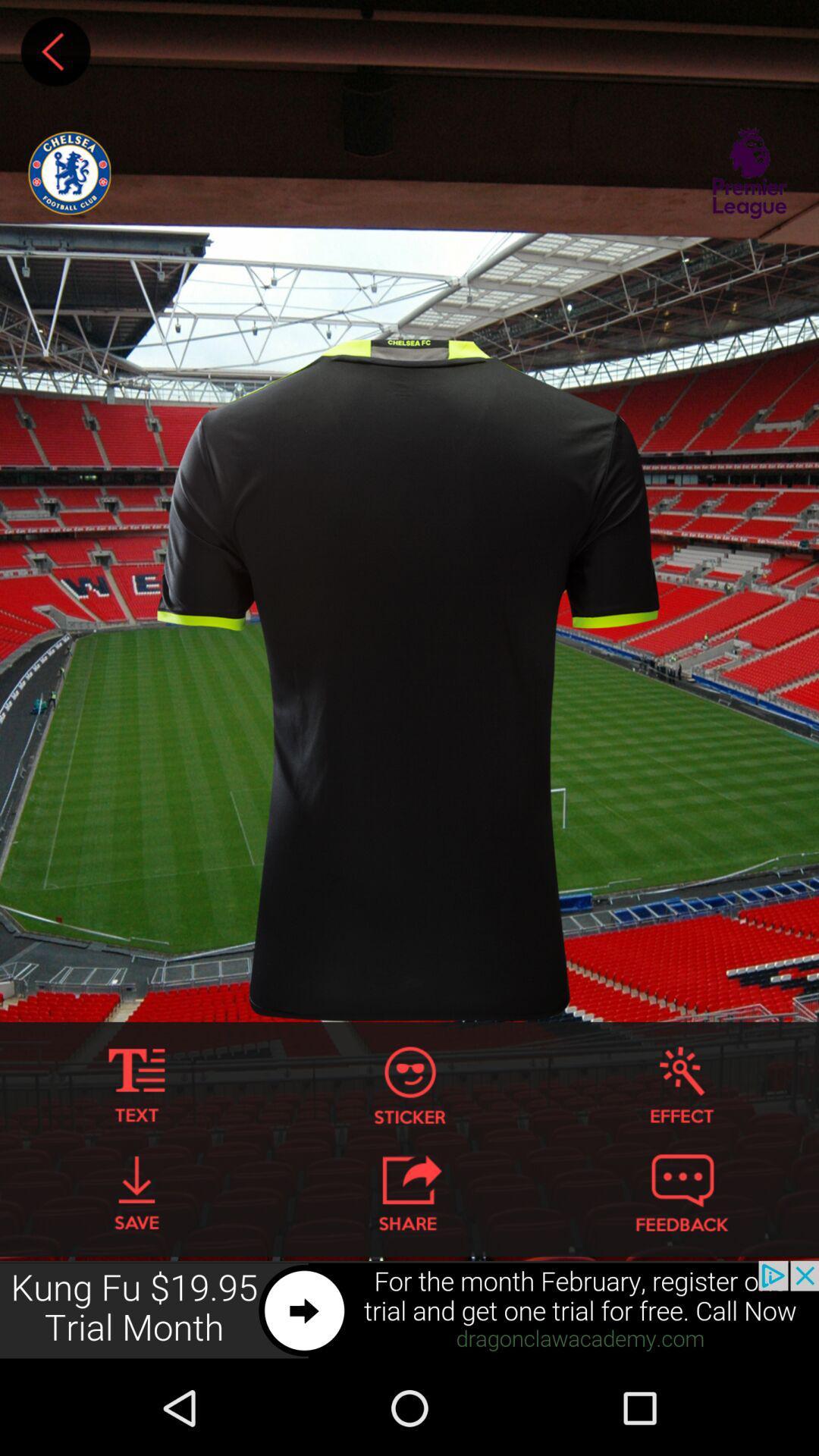 Image resolution: width=819 pixels, height=1456 pixels. I want to click on download, so click(136, 1192).